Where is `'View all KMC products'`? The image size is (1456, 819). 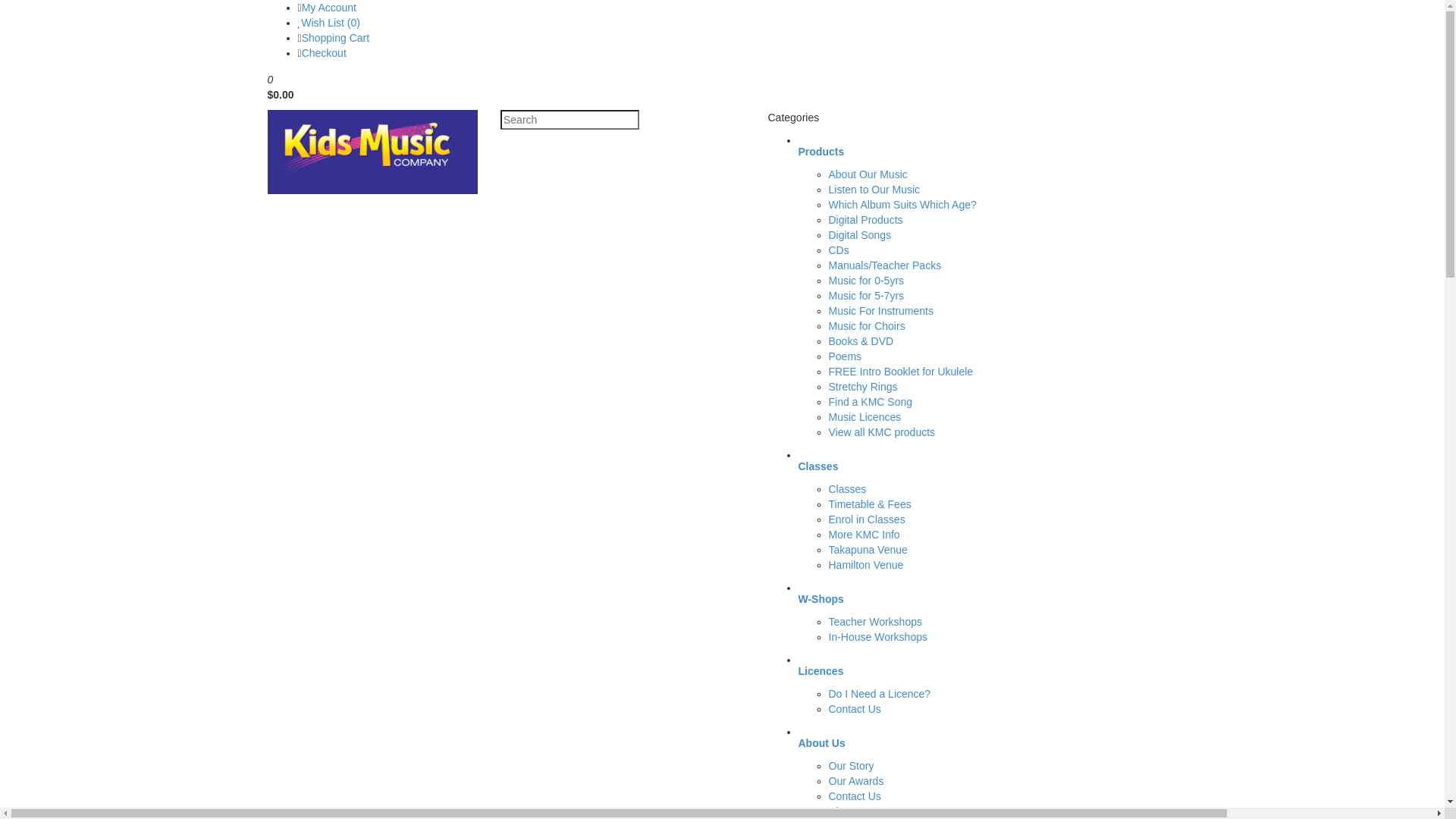
'View all KMC products' is located at coordinates (881, 432).